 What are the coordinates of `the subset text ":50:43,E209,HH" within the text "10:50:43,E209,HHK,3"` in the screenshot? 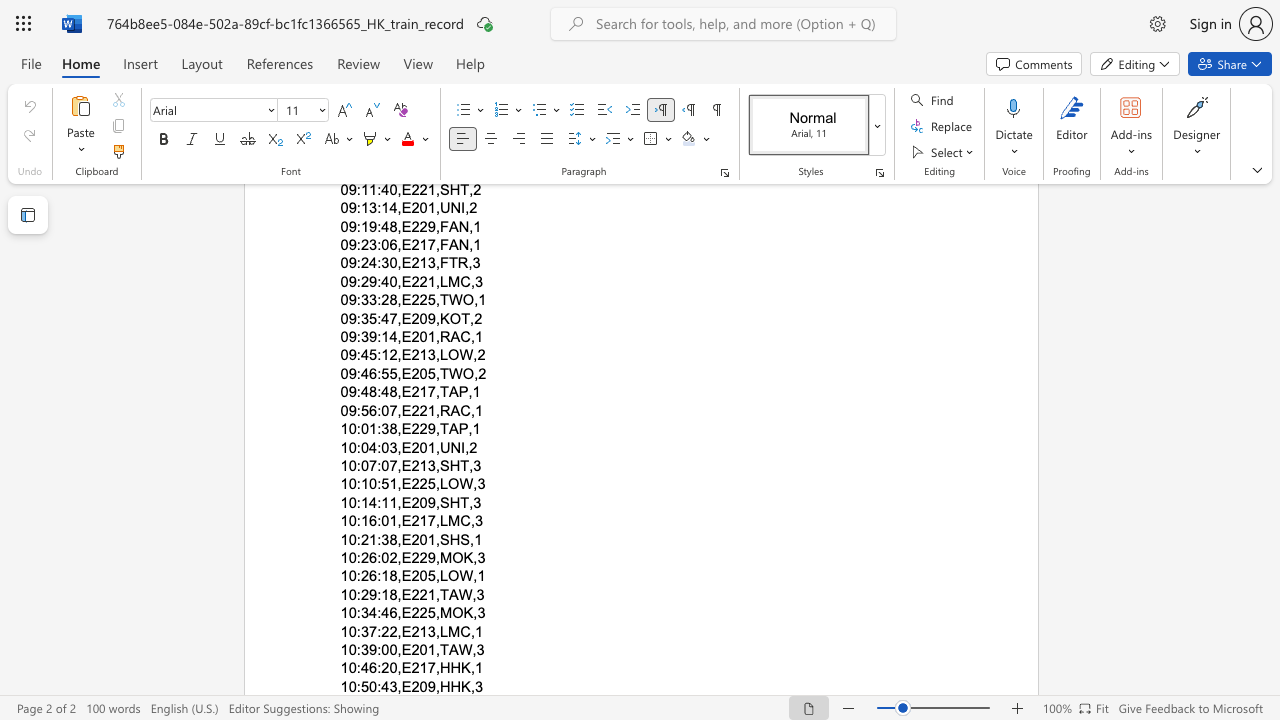 It's located at (356, 685).